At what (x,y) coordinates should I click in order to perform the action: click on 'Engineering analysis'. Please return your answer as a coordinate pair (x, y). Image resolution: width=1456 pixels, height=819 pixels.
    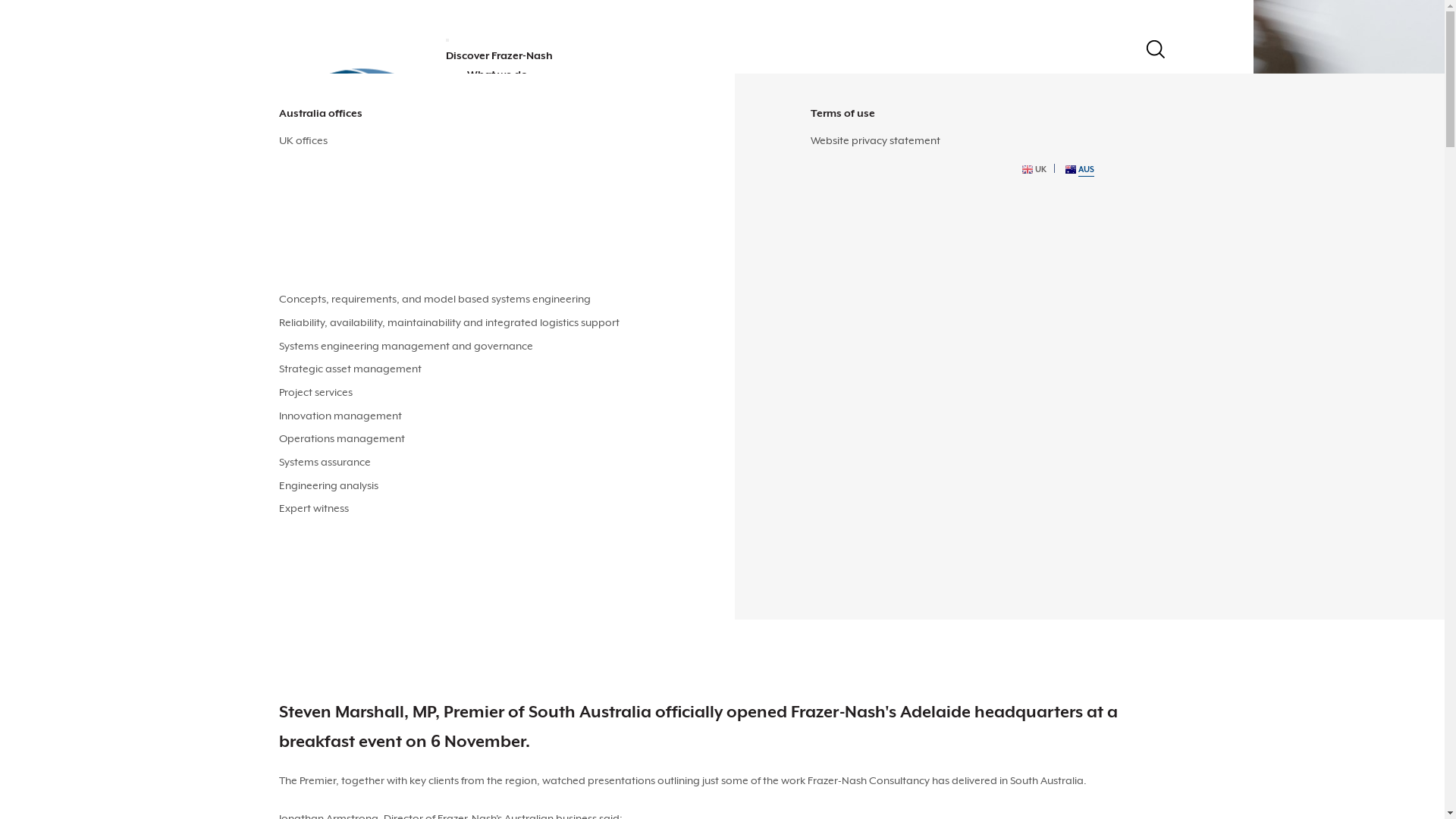
    Looking at the image, I should click on (328, 485).